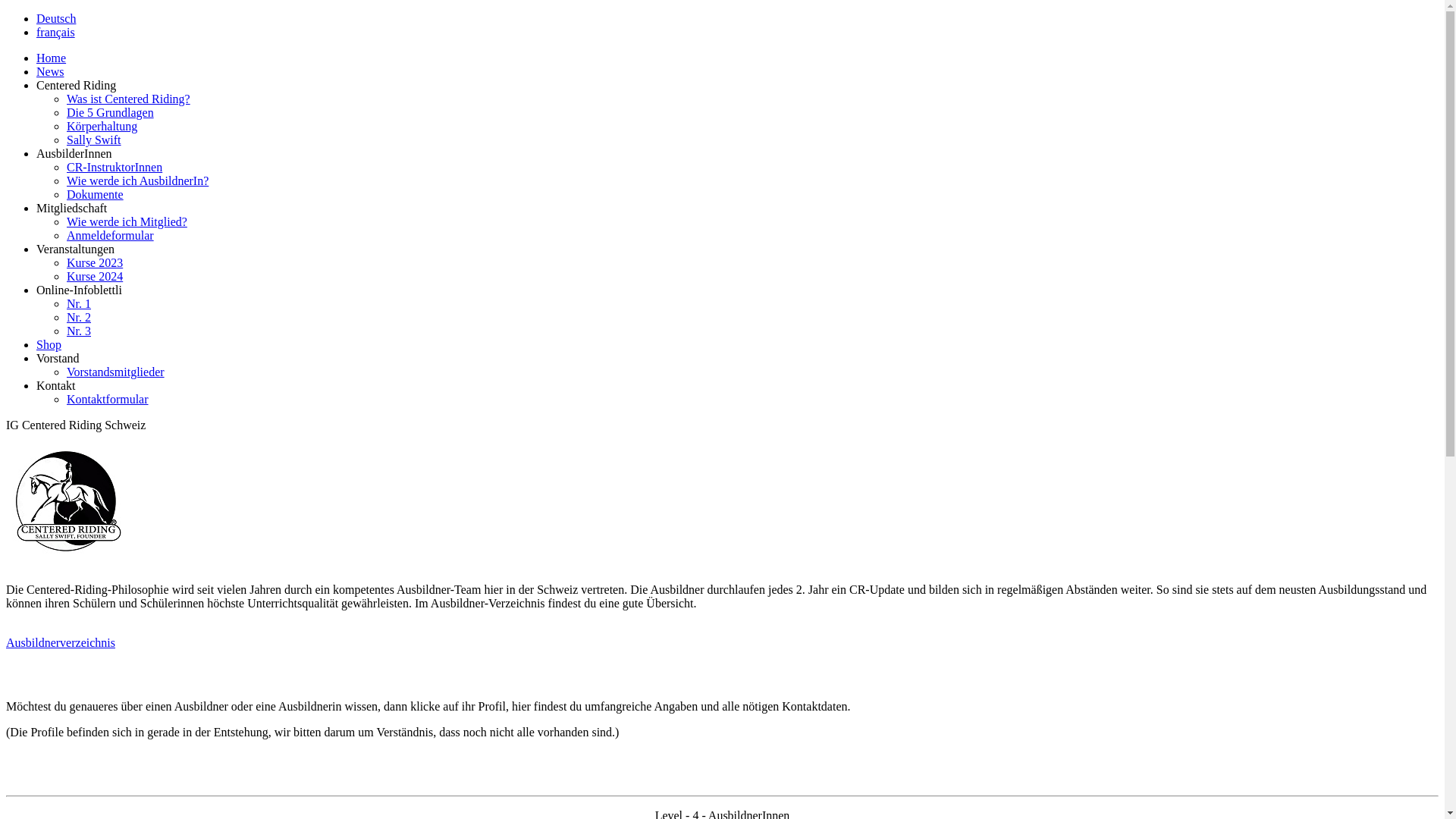 This screenshot has height=819, width=1456. What do you see at coordinates (65, 330) in the screenshot?
I see `'Nr. 3'` at bounding box center [65, 330].